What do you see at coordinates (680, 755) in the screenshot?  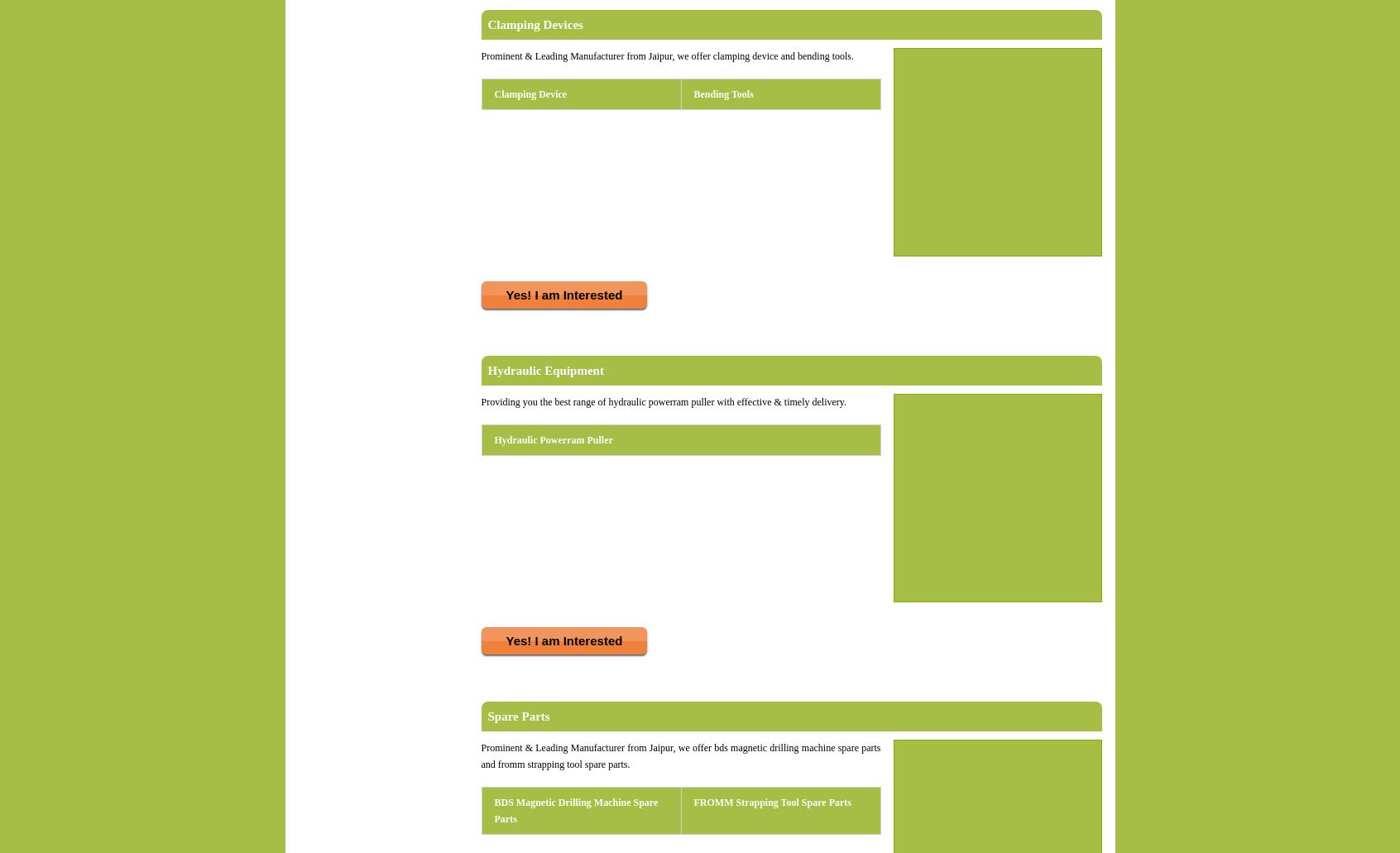 I see `'Prominent & Leading Manufacturer from Jaipur, we offer bds magnetic drilling machine spare parts and fromm strapping tool spare parts.'` at bounding box center [680, 755].